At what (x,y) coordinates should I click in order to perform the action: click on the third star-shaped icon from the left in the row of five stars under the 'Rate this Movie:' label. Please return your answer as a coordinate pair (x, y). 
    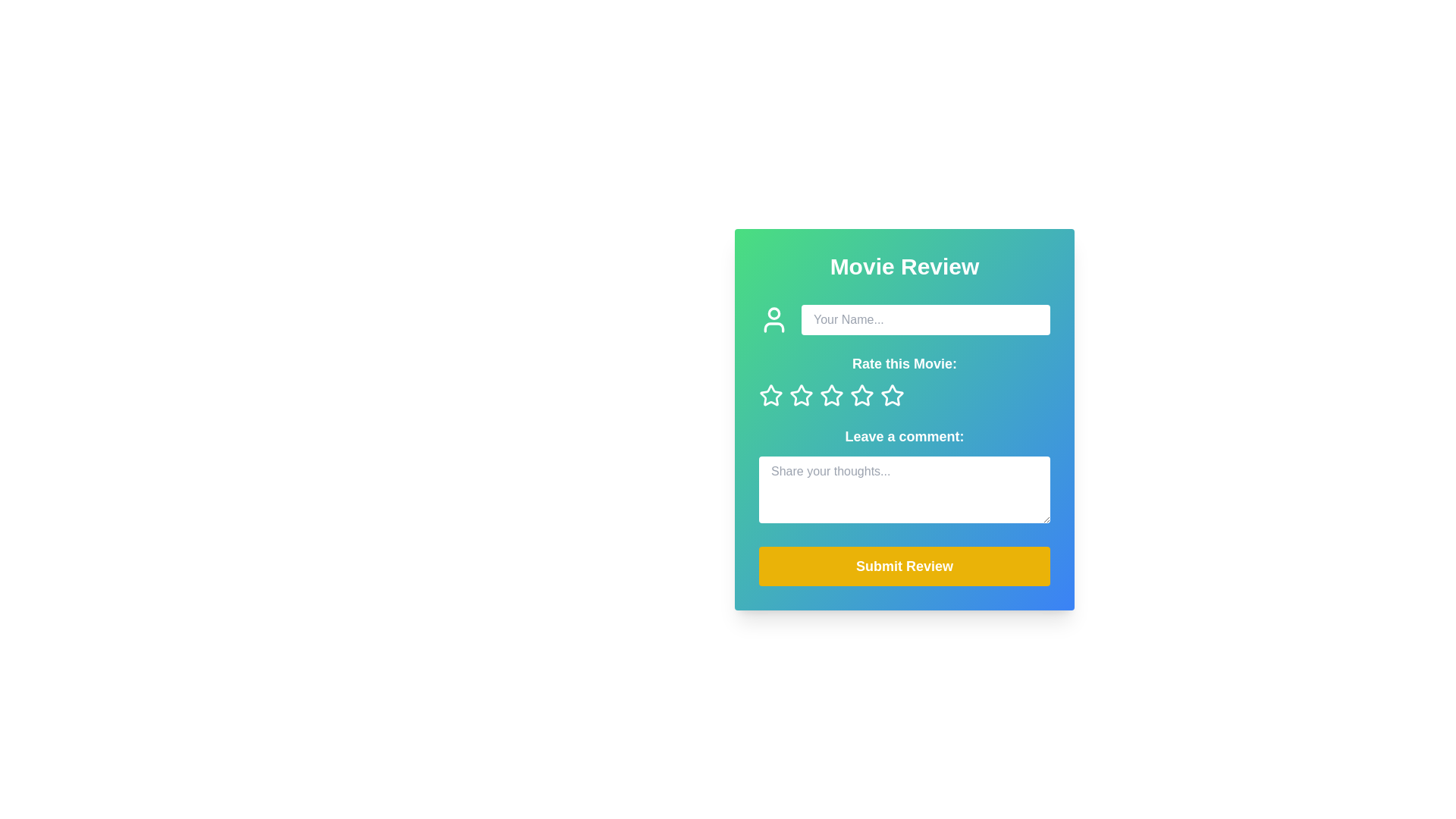
    Looking at the image, I should click on (831, 394).